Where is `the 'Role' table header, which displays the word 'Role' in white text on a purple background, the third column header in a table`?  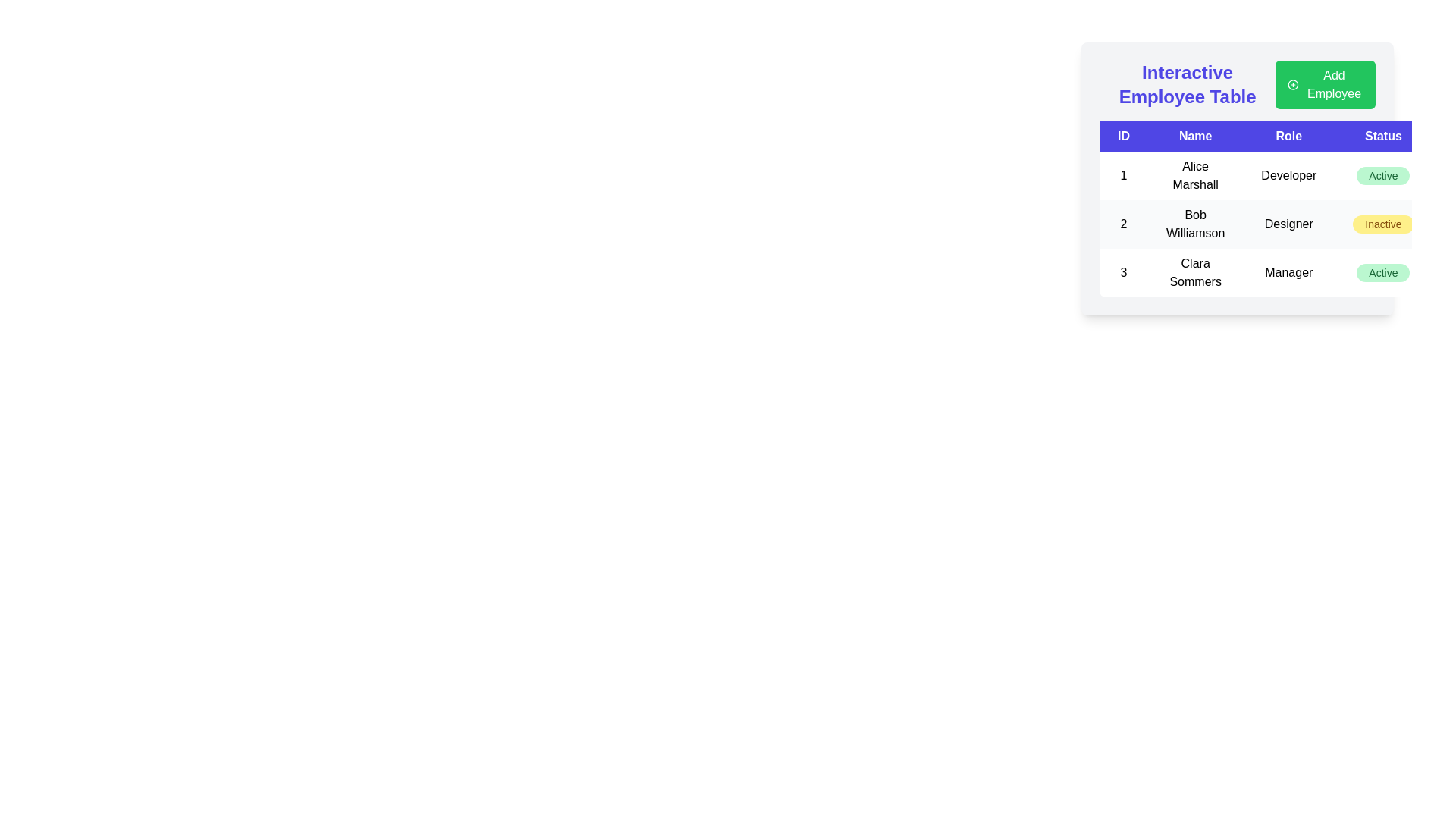 the 'Role' table header, which displays the word 'Role' in white text on a purple background, the third column header in a table is located at coordinates (1288, 136).